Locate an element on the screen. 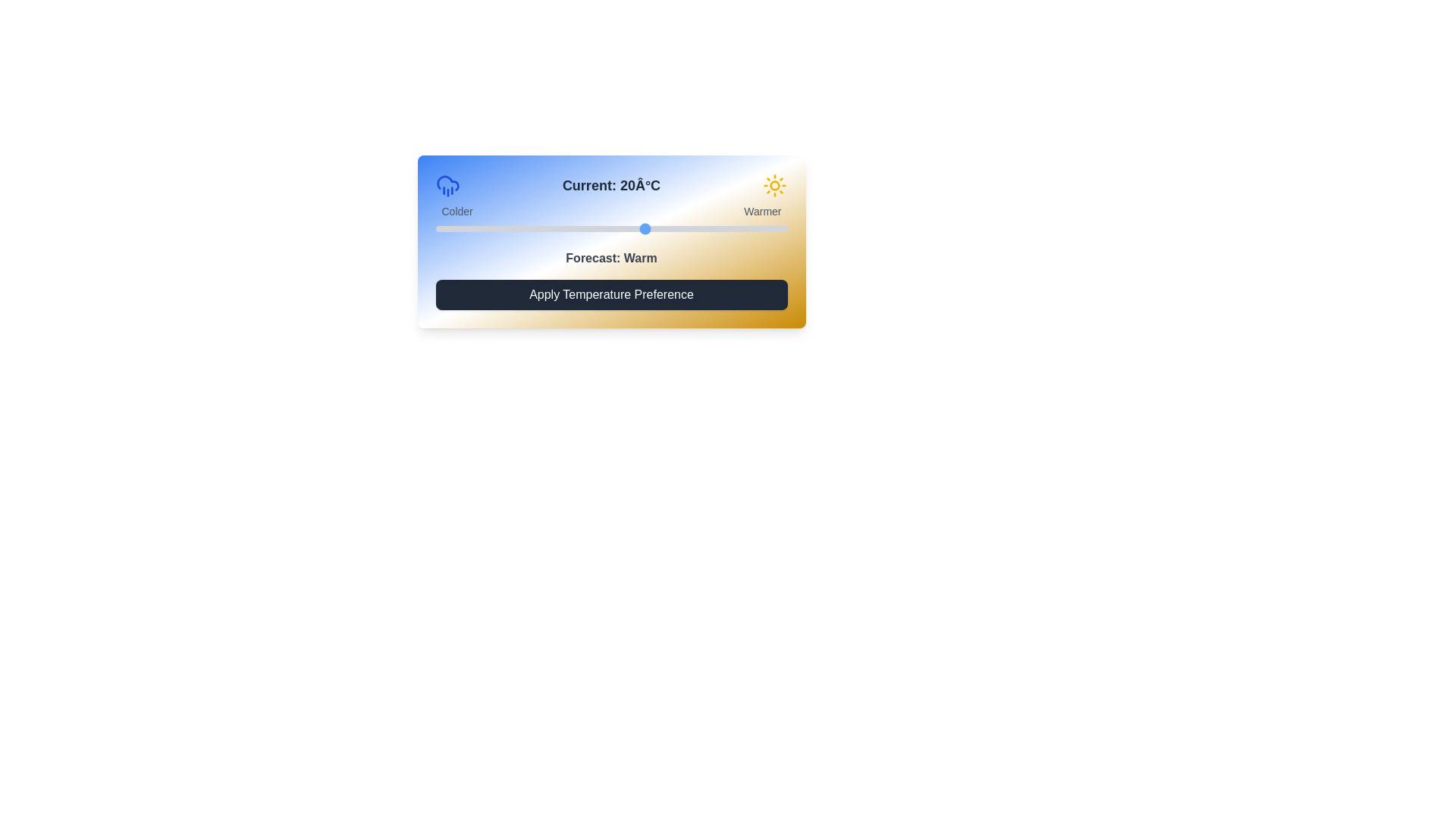  the temperature slider to 39 degrees is located at coordinates (780, 228).